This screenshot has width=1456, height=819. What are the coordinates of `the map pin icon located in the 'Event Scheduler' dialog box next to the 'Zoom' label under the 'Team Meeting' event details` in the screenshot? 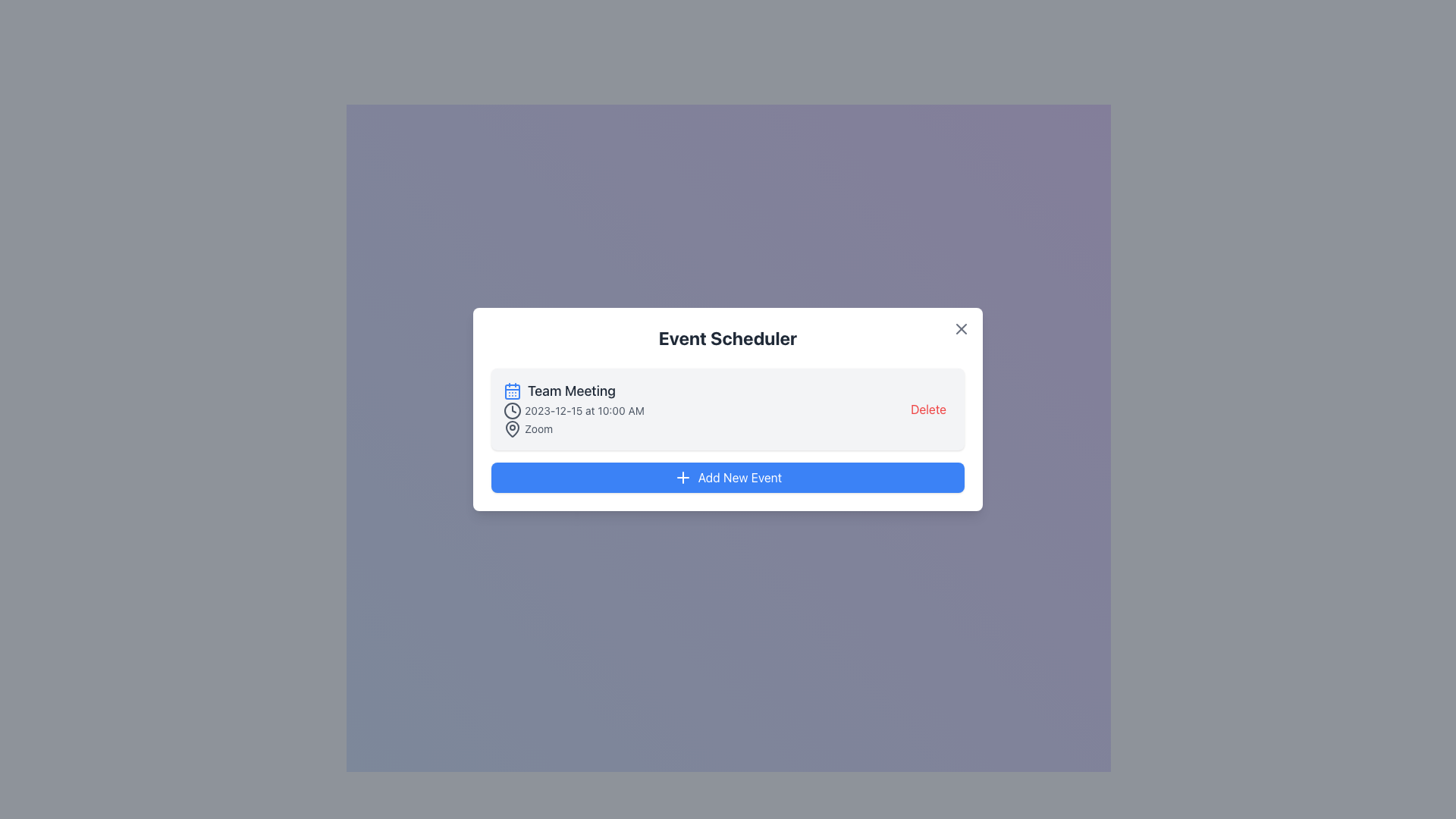 It's located at (513, 428).